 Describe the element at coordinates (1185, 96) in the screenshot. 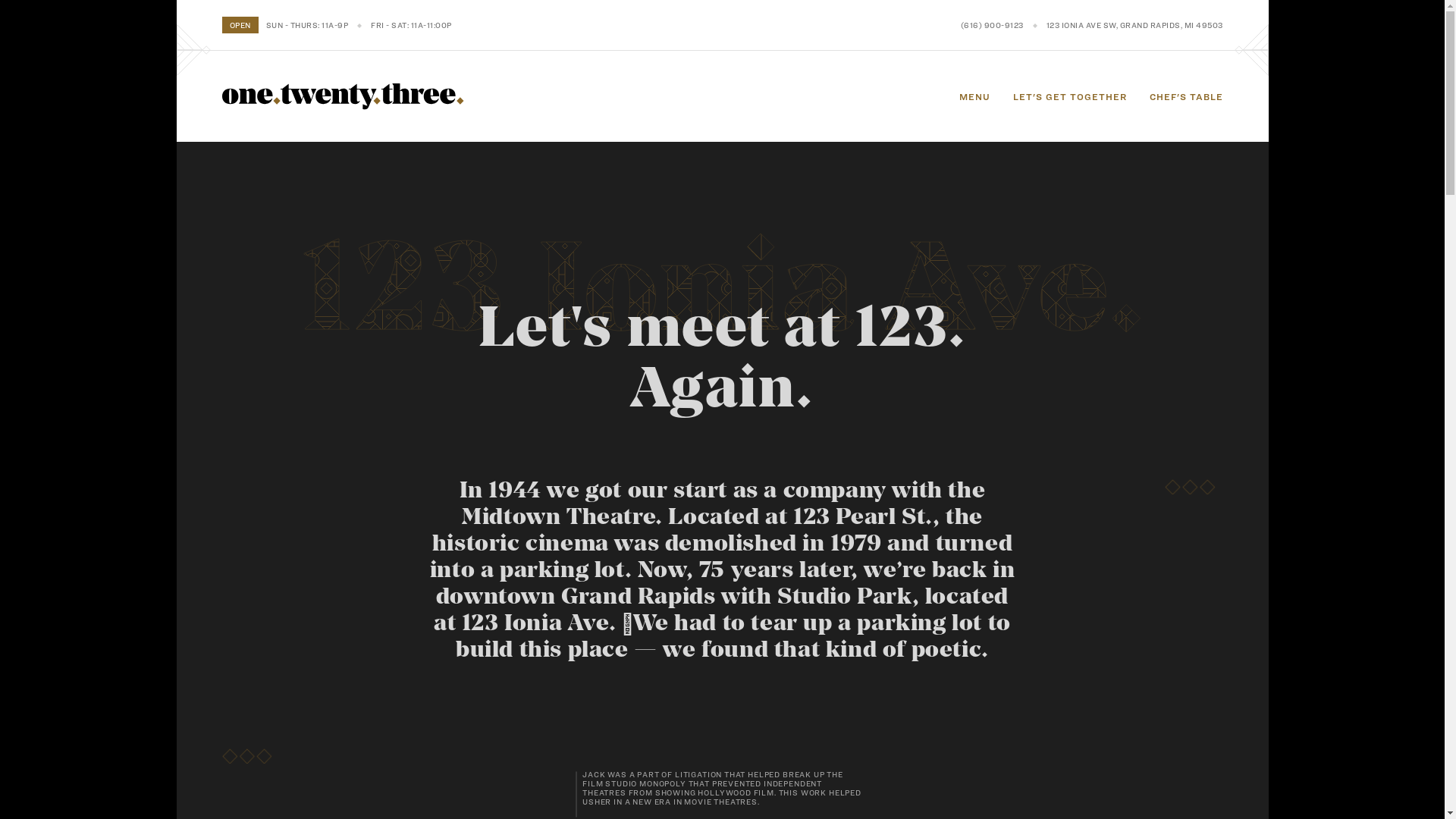

I see `'CHEF'S TABLE'` at that location.